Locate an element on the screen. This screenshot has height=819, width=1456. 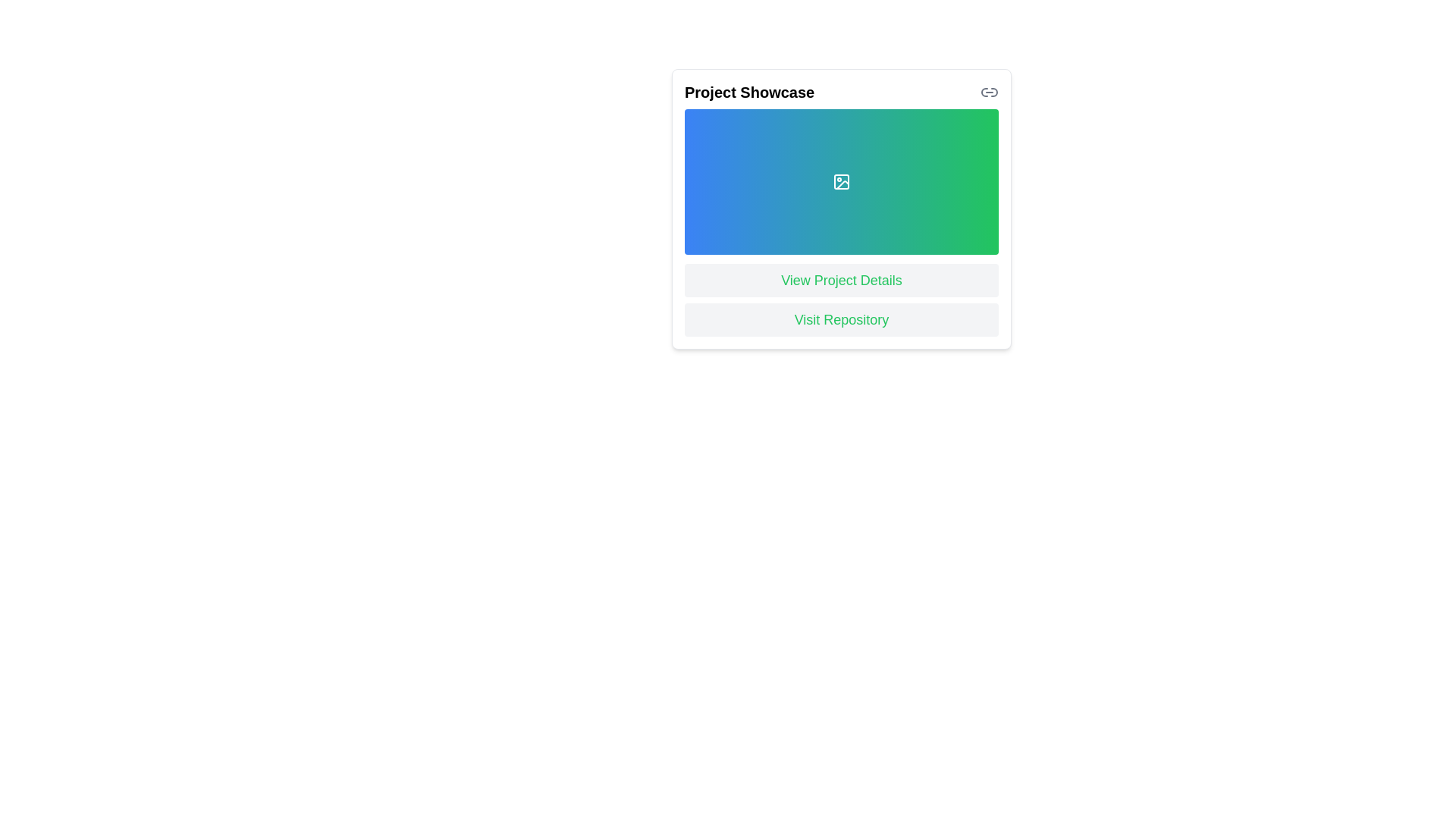
the icon located at the top-right corner of the 'Project Showcase' section header is located at coordinates (990, 93).